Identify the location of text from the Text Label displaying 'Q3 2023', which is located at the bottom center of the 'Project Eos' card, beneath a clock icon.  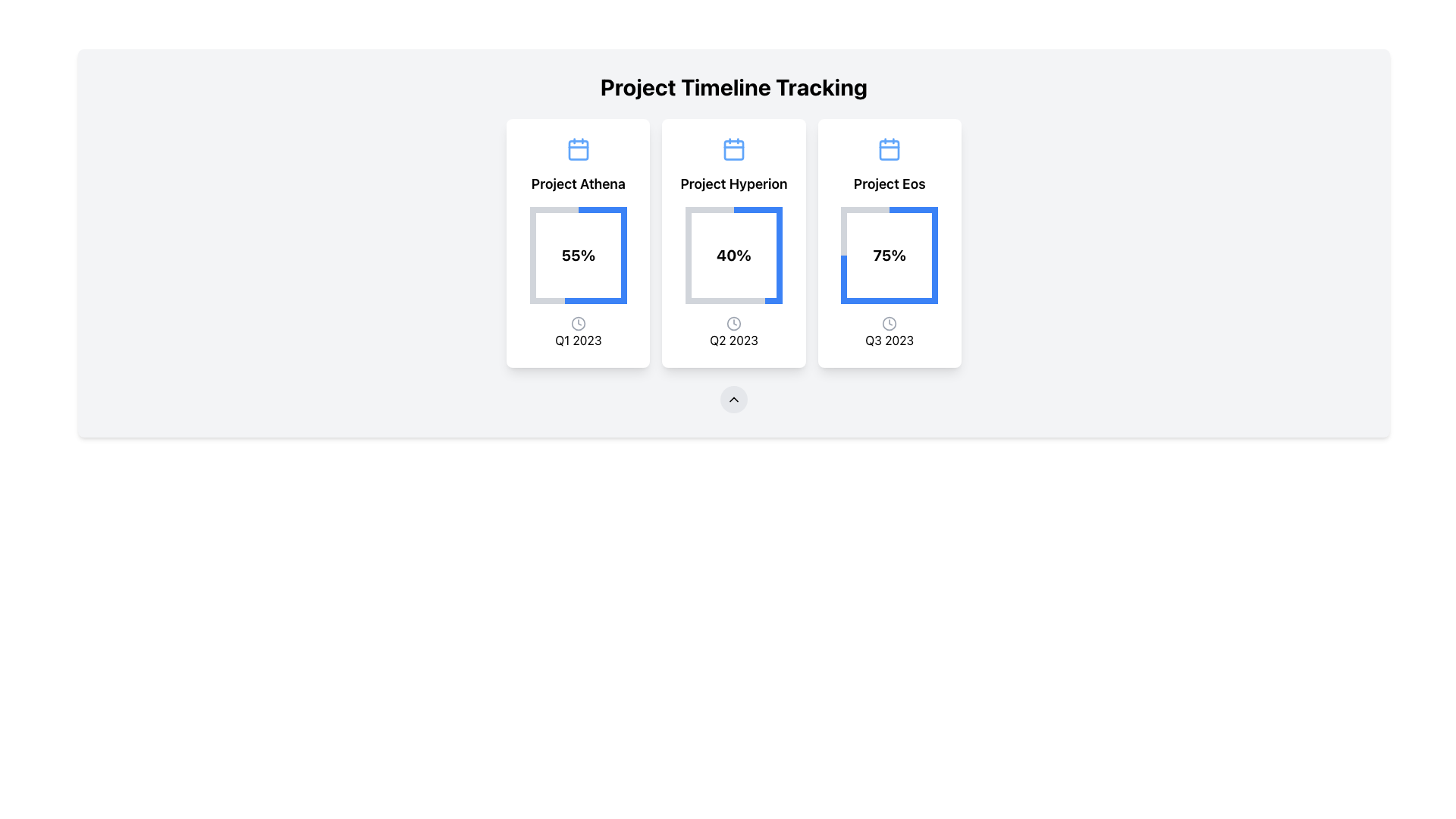
(890, 339).